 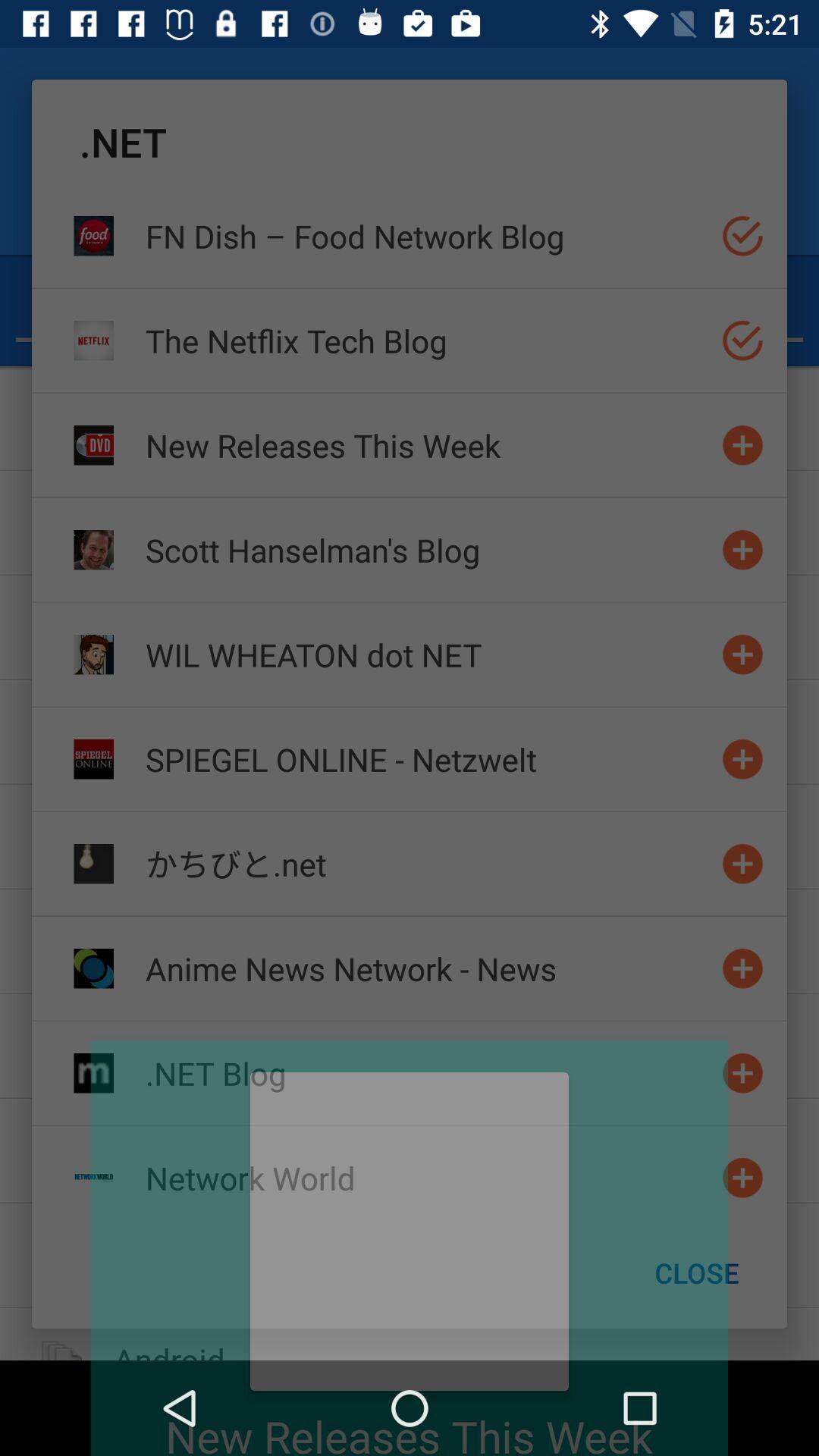 I want to click on to the existing list, so click(x=742, y=864).